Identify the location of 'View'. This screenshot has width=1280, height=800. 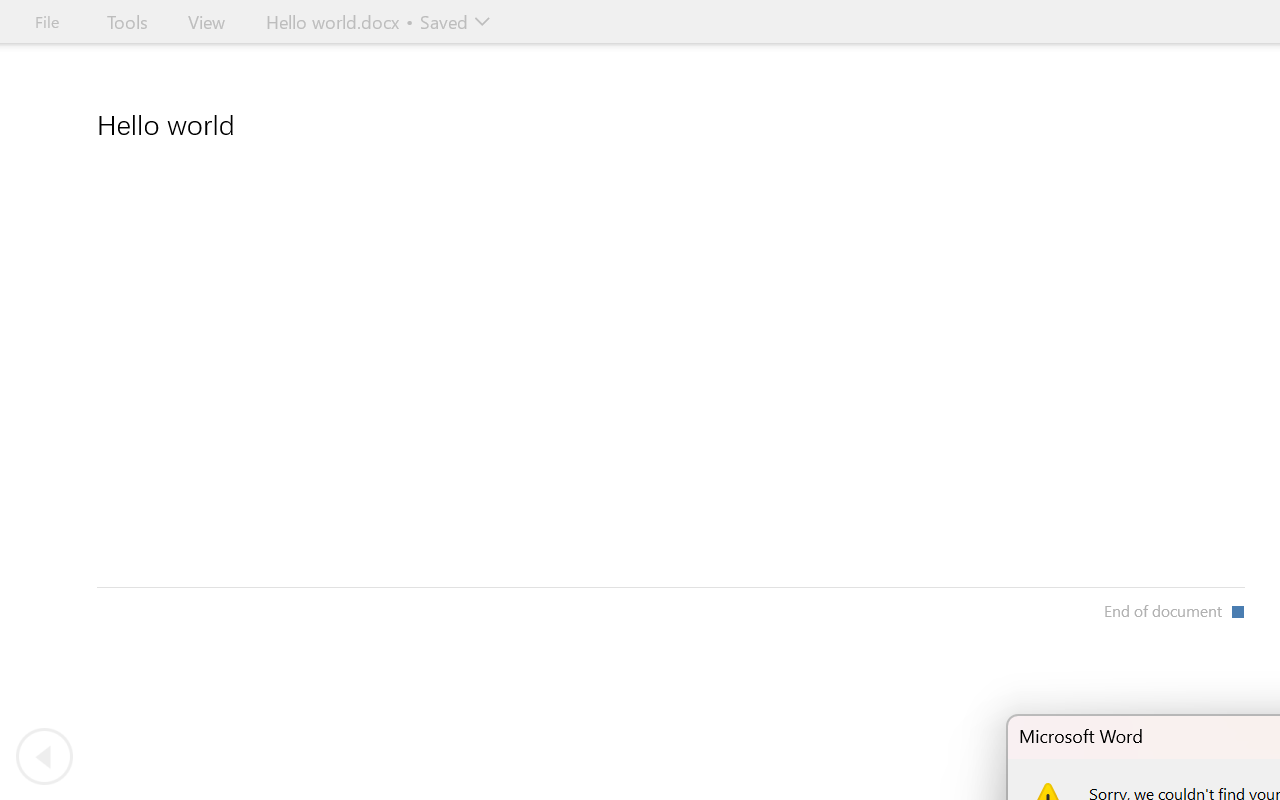
(206, 21).